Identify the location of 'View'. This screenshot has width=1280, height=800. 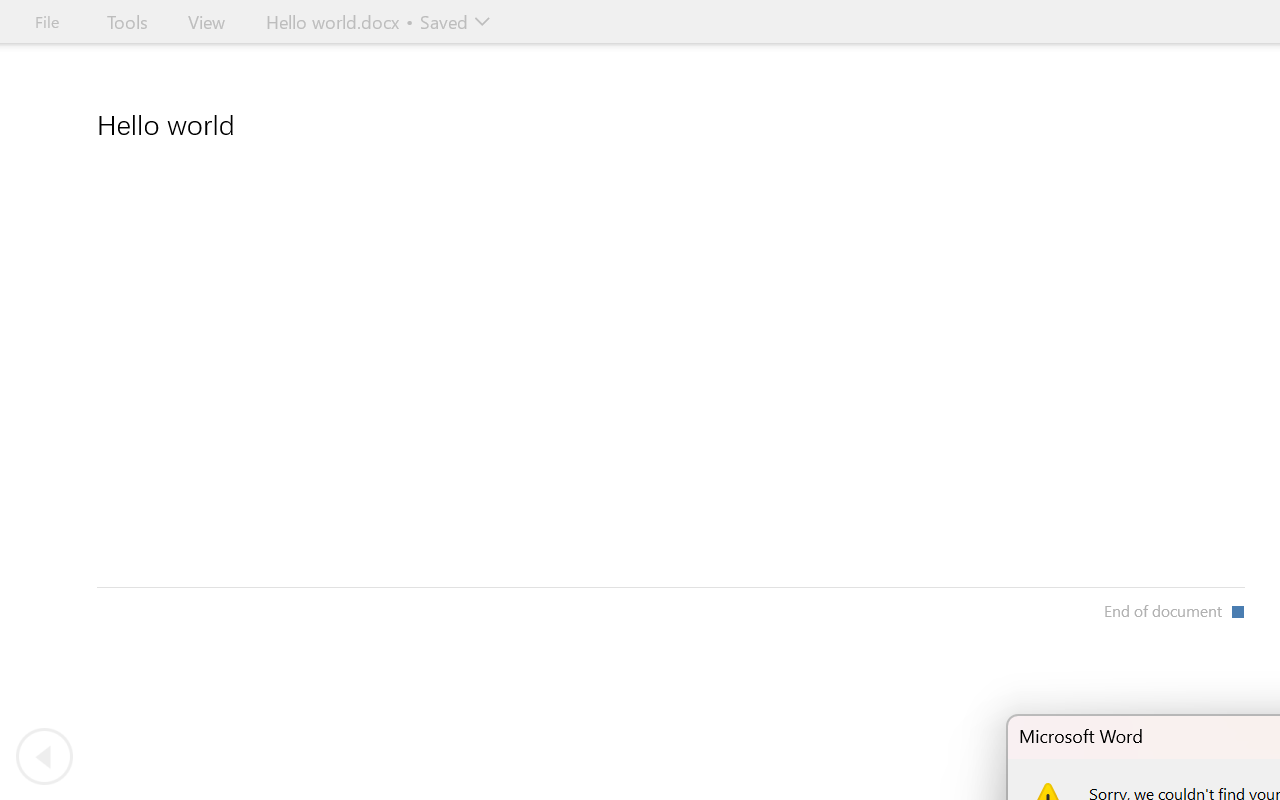
(206, 21).